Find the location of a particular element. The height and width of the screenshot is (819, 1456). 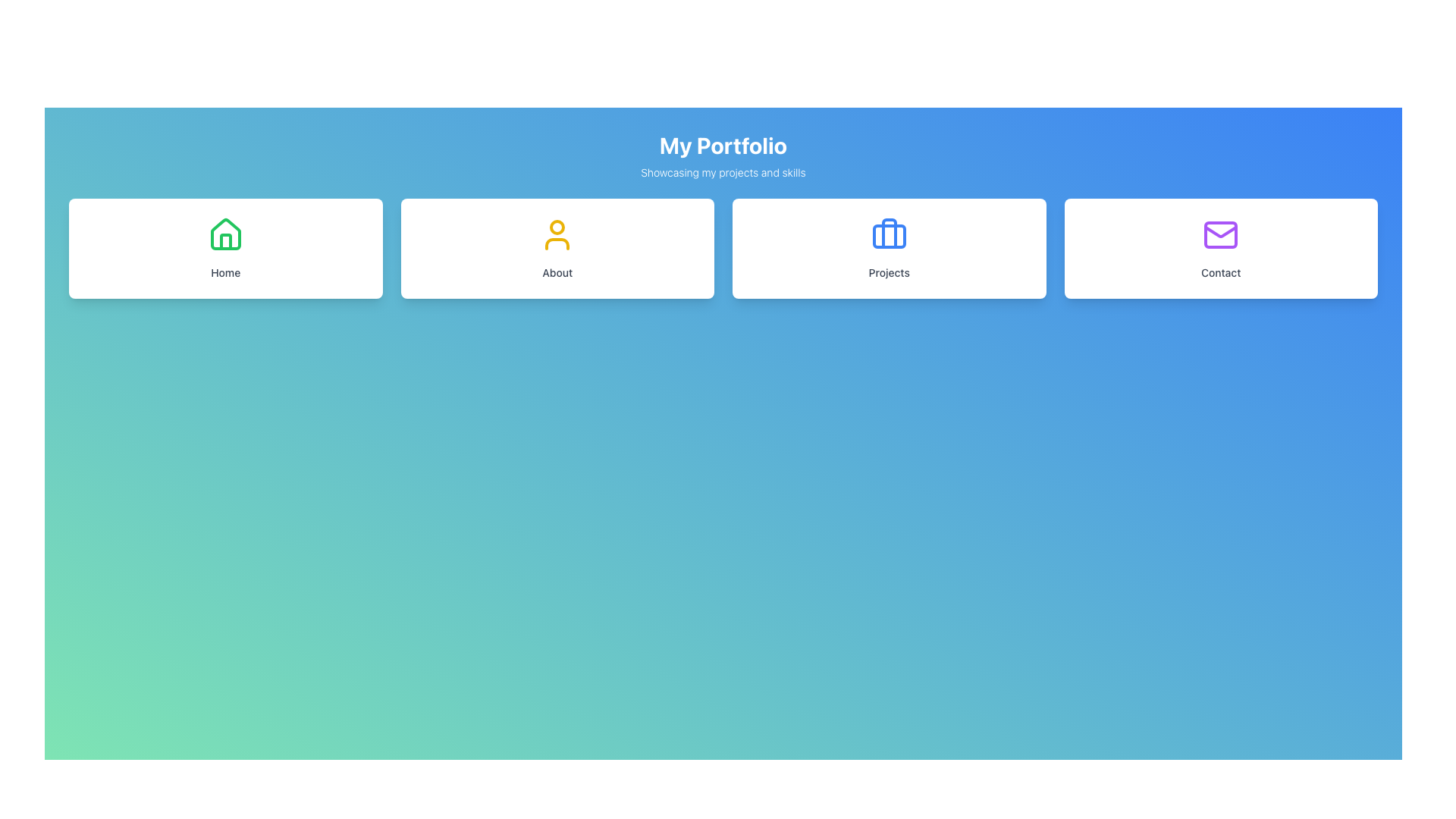

subtitle text element providing context for the 'My Portfolio' section, located directly below the title is located at coordinates (723, 171).